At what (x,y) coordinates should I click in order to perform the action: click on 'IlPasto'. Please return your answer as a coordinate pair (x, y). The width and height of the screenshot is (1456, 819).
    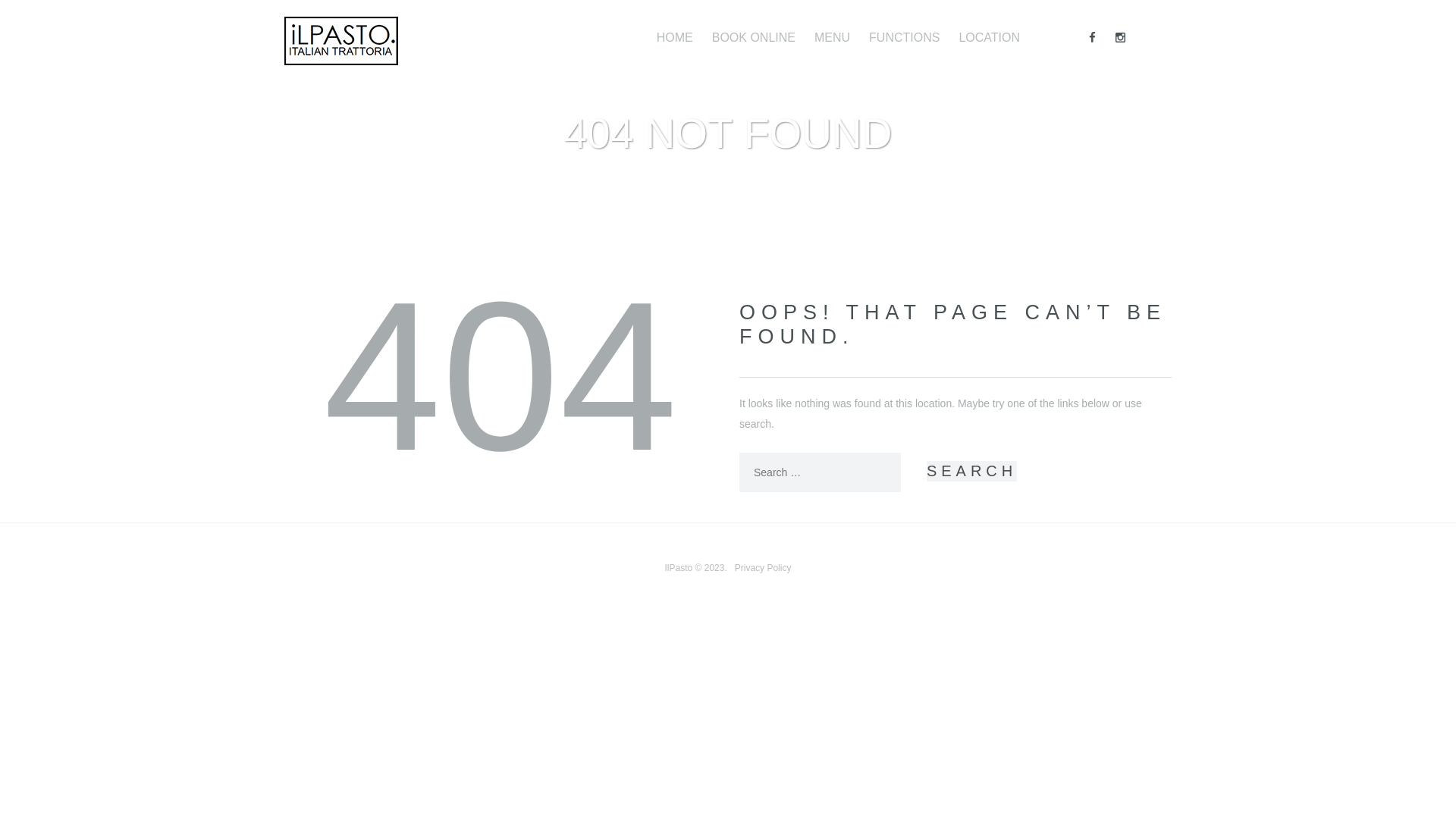
    Looking at the image, I should click on (665, 567).